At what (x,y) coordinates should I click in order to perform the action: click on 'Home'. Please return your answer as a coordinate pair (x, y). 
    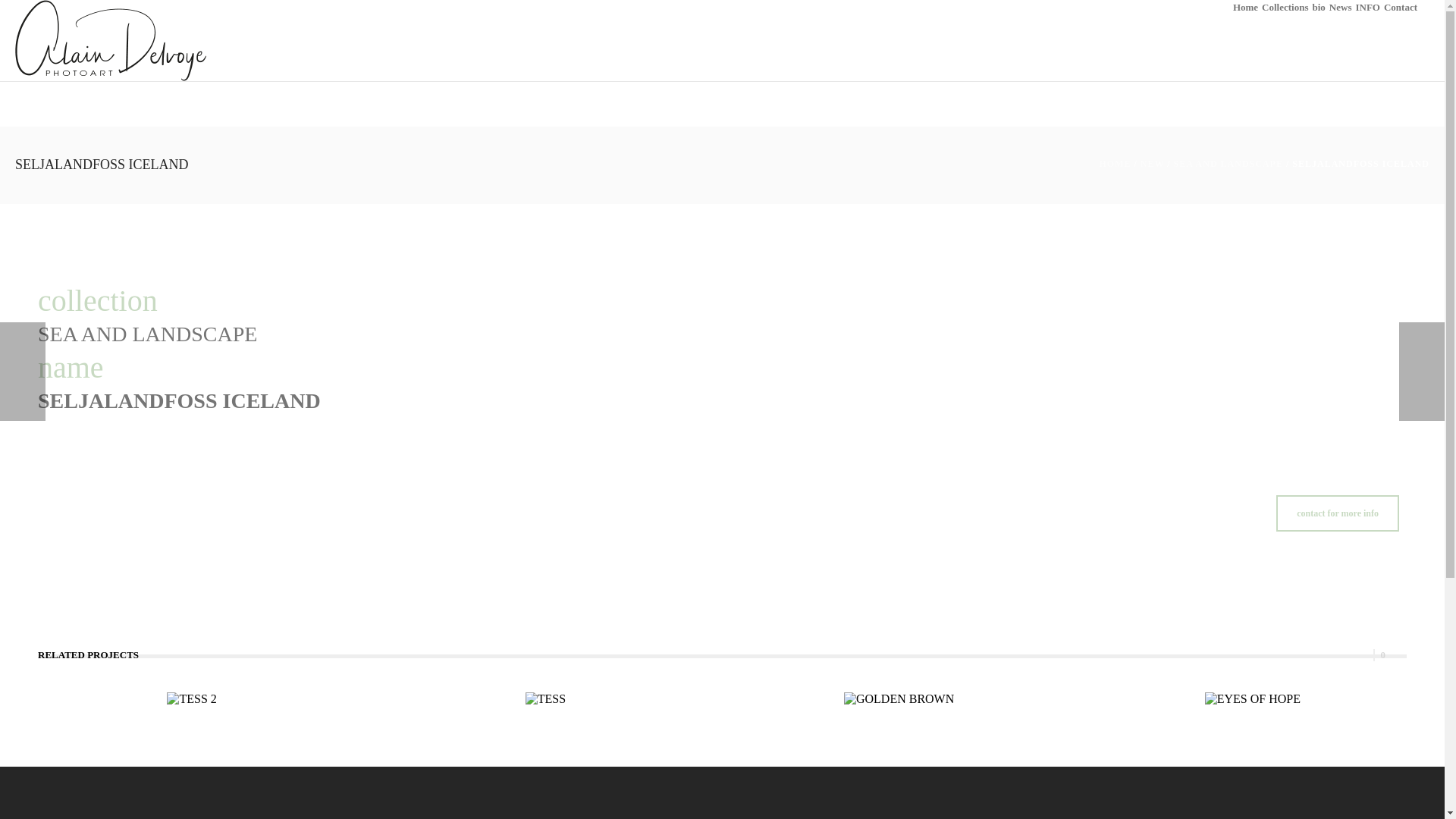
    Looking at the image, I should click on (1245, 8).